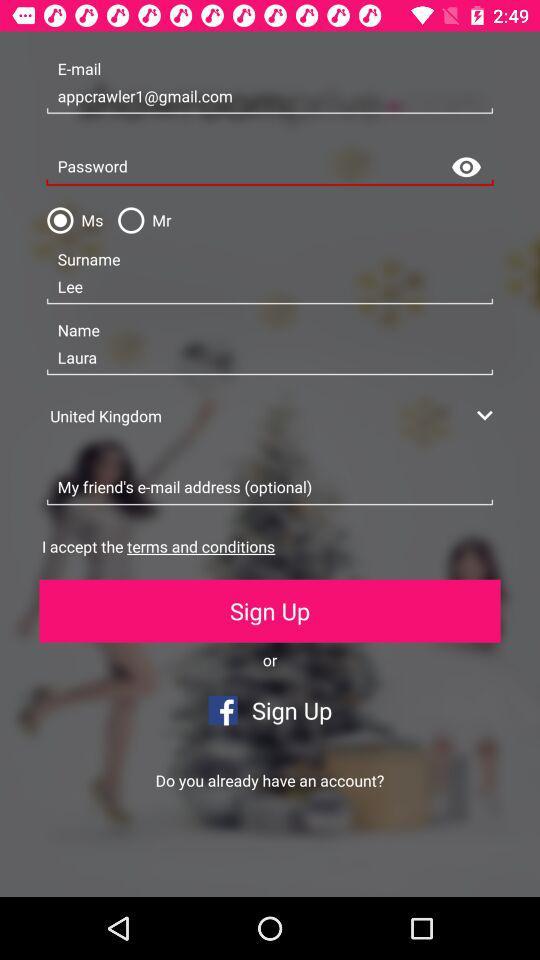  What do you see at coordinates (270, 166) in the screenshot?
I see `password enter option` at bounding box center [270, 166].